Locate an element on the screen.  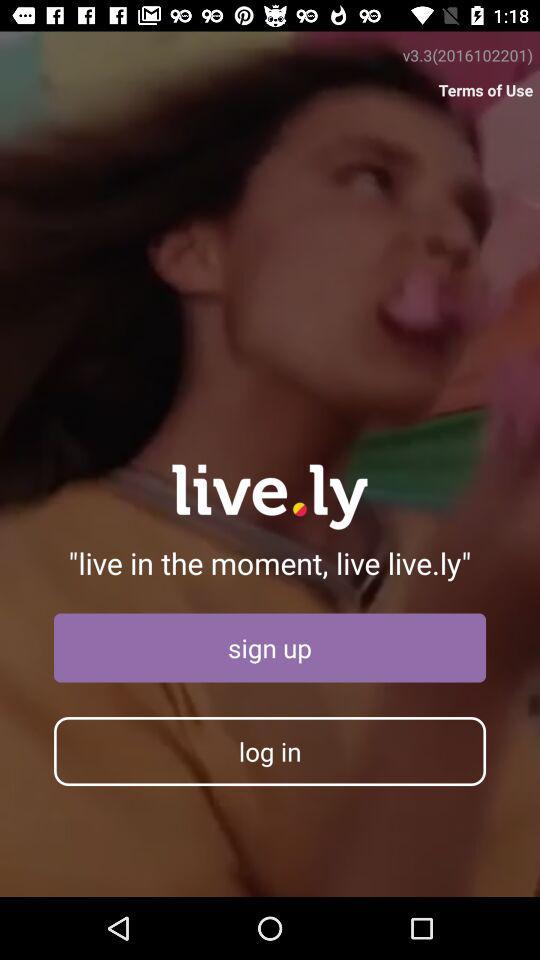
item above log in app is located at coordinates (270, 647).